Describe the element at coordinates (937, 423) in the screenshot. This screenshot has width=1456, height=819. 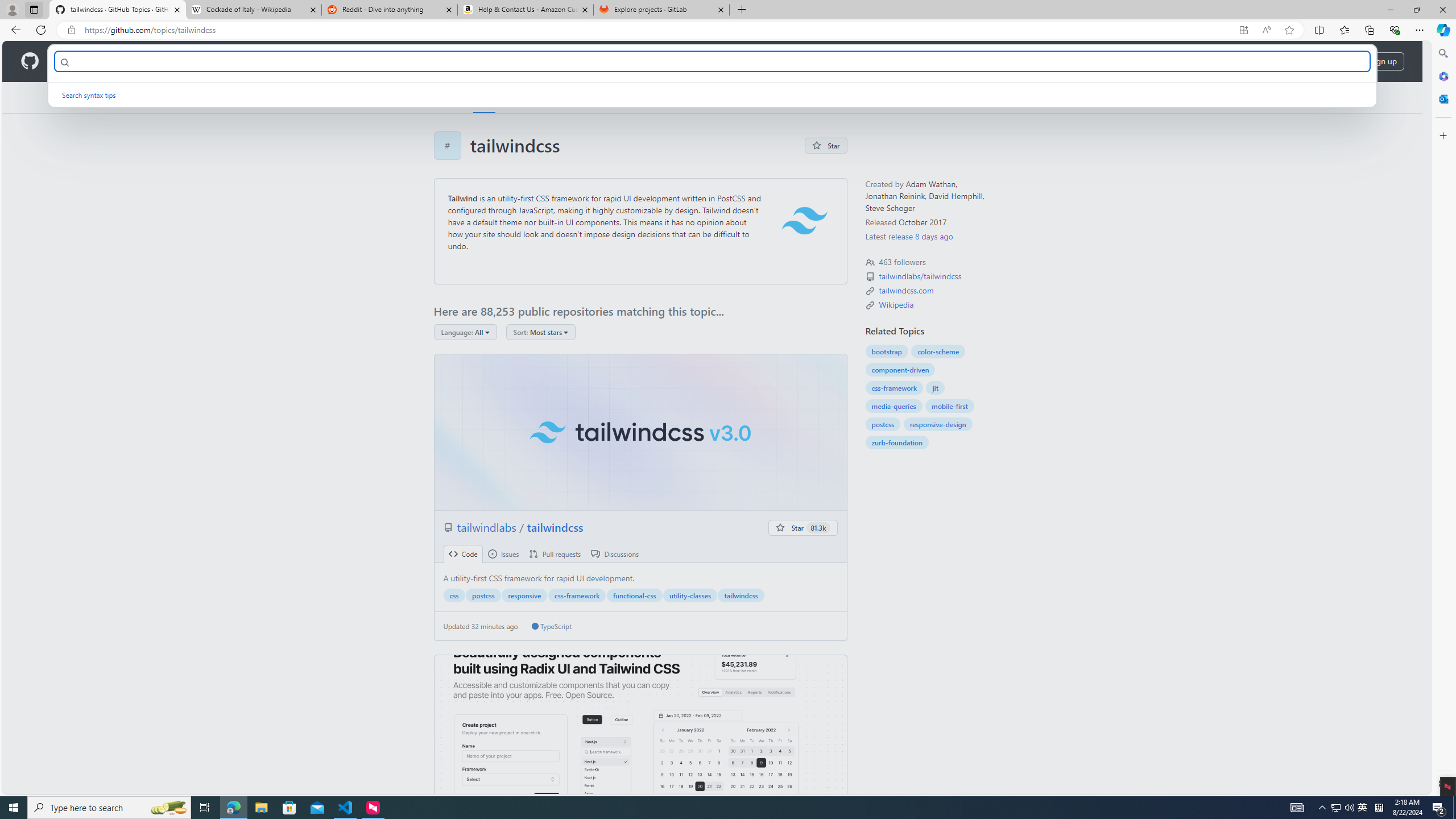
I see `'responsive-design'` at that location.